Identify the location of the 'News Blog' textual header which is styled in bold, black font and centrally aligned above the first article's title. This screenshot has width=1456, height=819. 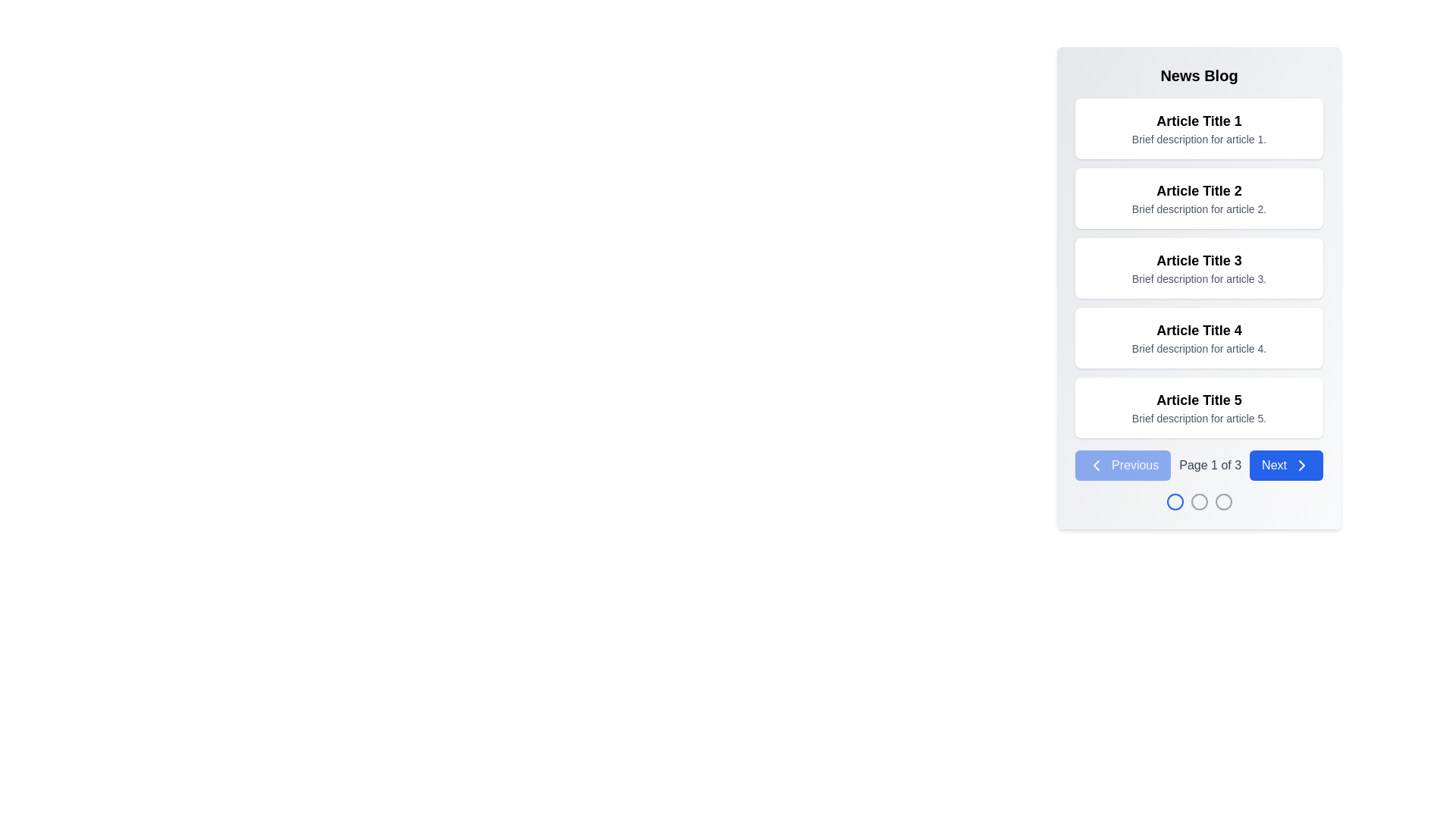
(1198, 76).